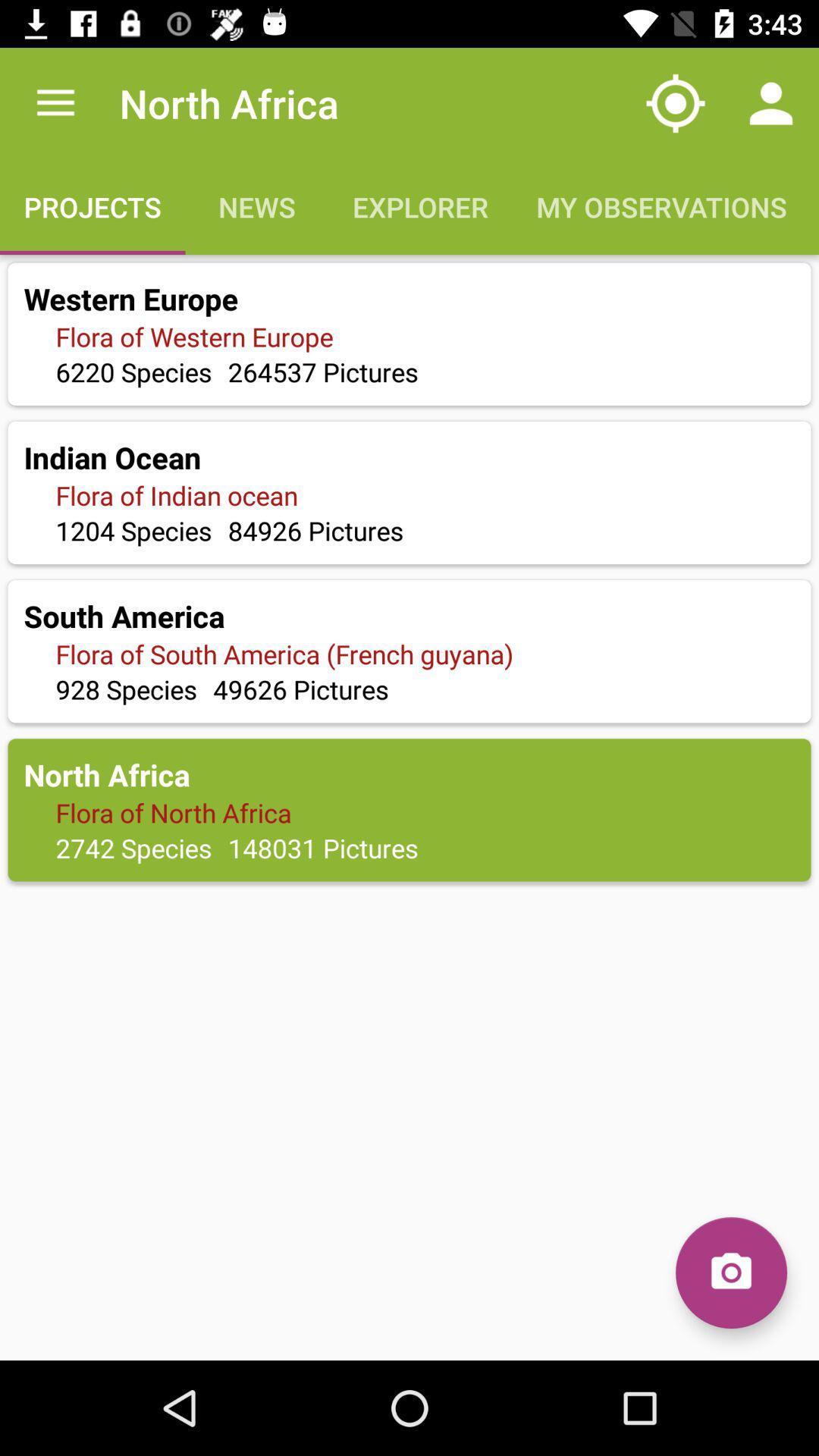  Describe the element at coordinates (256, 206) in the screenshot. I see `the text news` at that location.